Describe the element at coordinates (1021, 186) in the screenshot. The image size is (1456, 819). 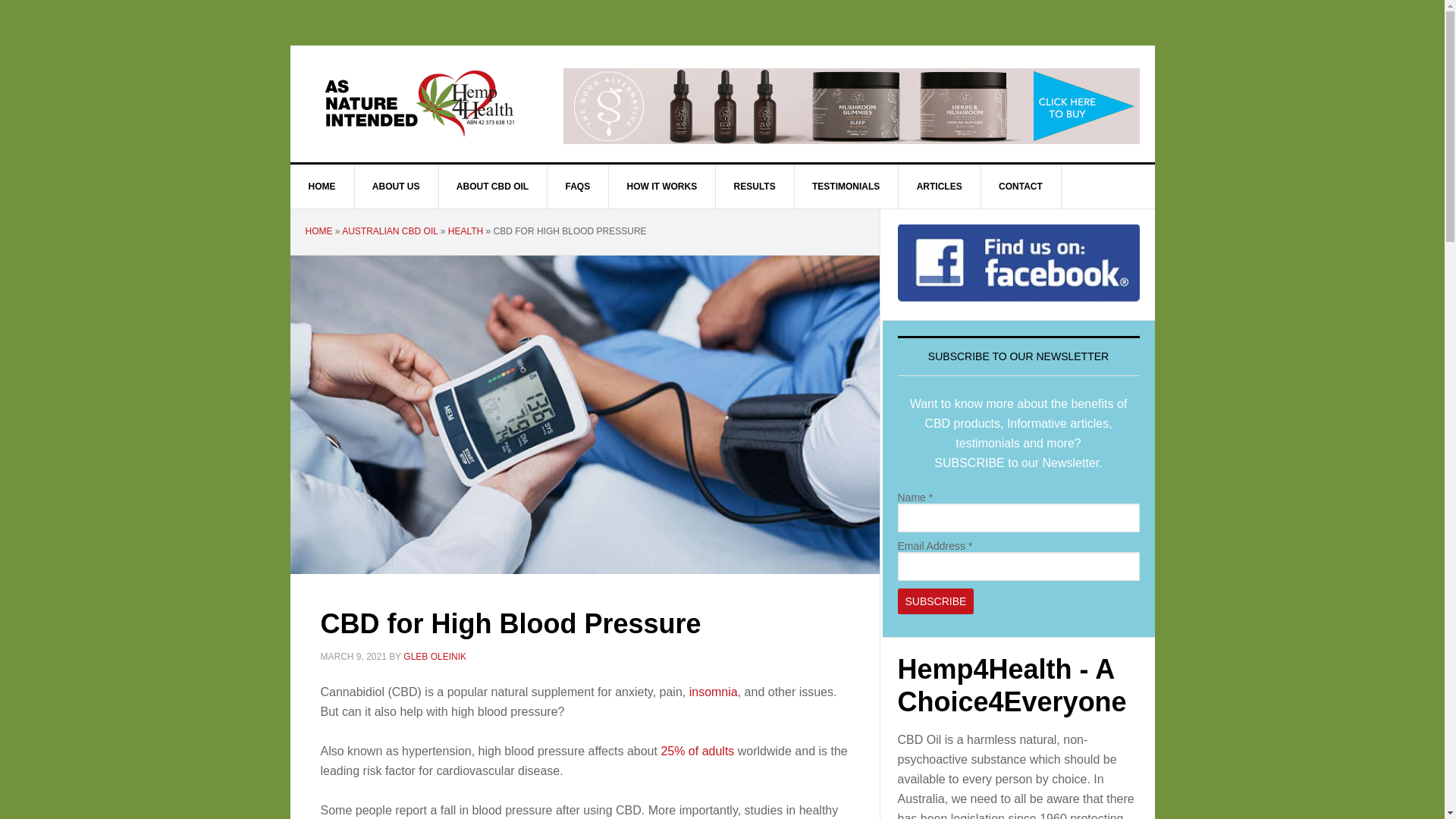
I see `'CONTACT'` at that location.